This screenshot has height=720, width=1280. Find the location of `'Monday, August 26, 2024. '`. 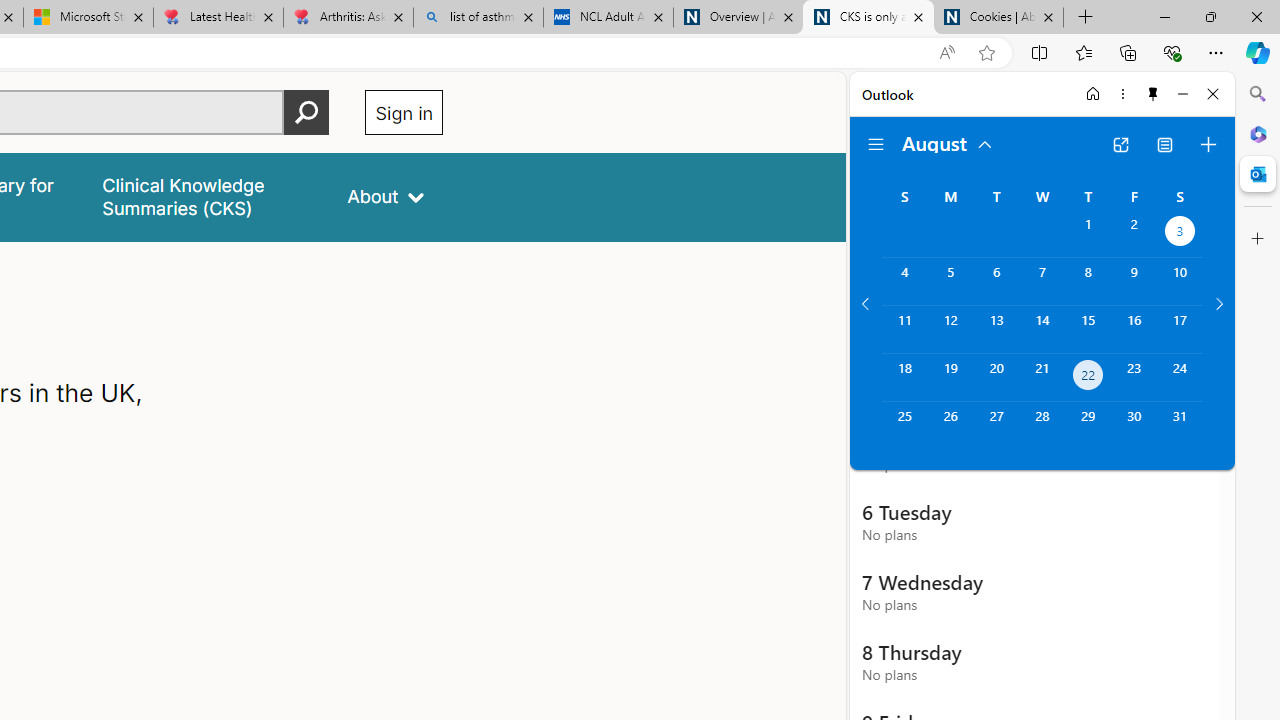

'Monday, August 26, 2024. ' is located at coordinates (949, 424).